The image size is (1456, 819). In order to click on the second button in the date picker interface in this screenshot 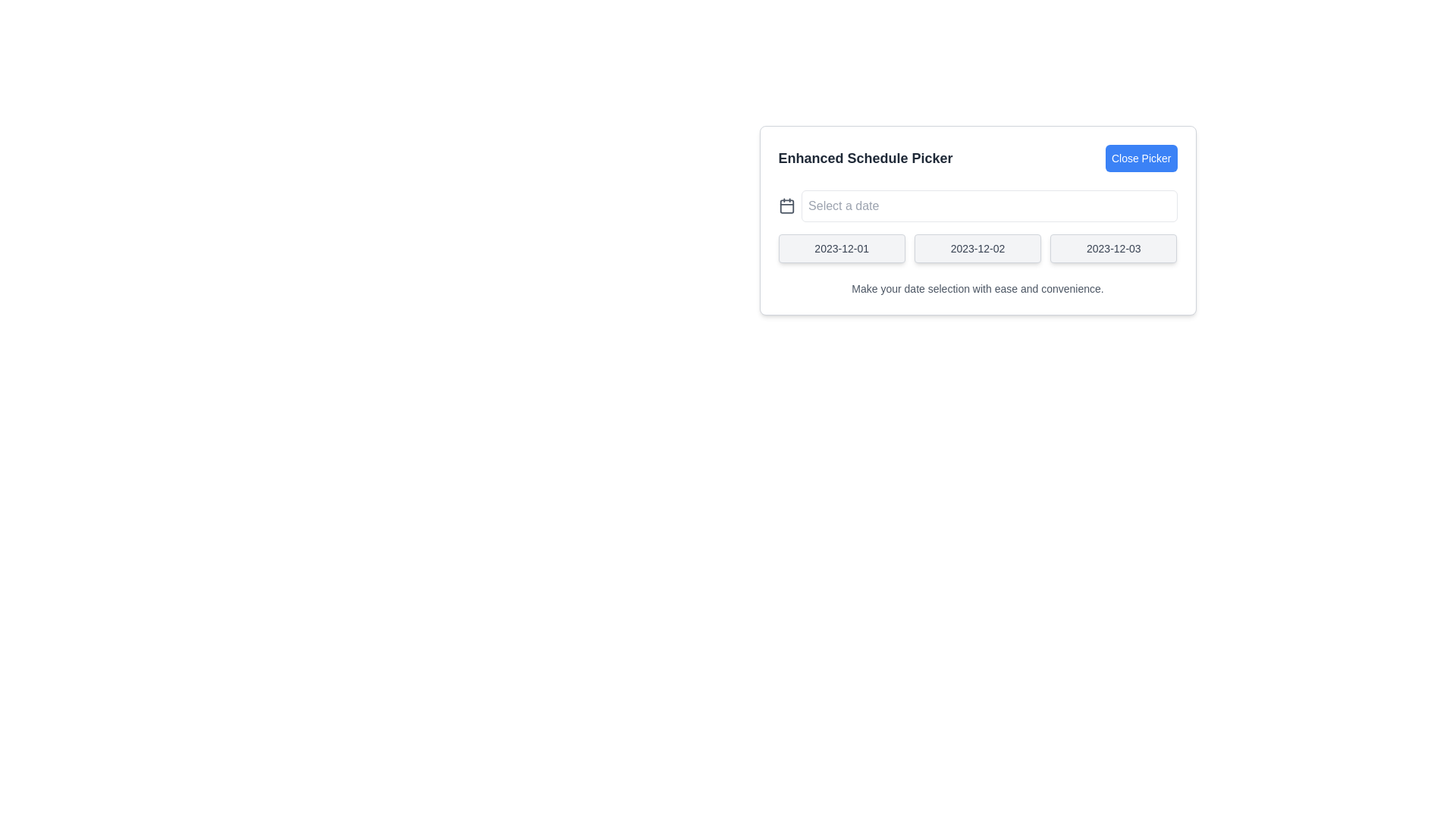, I will do `click(977, 247)`.